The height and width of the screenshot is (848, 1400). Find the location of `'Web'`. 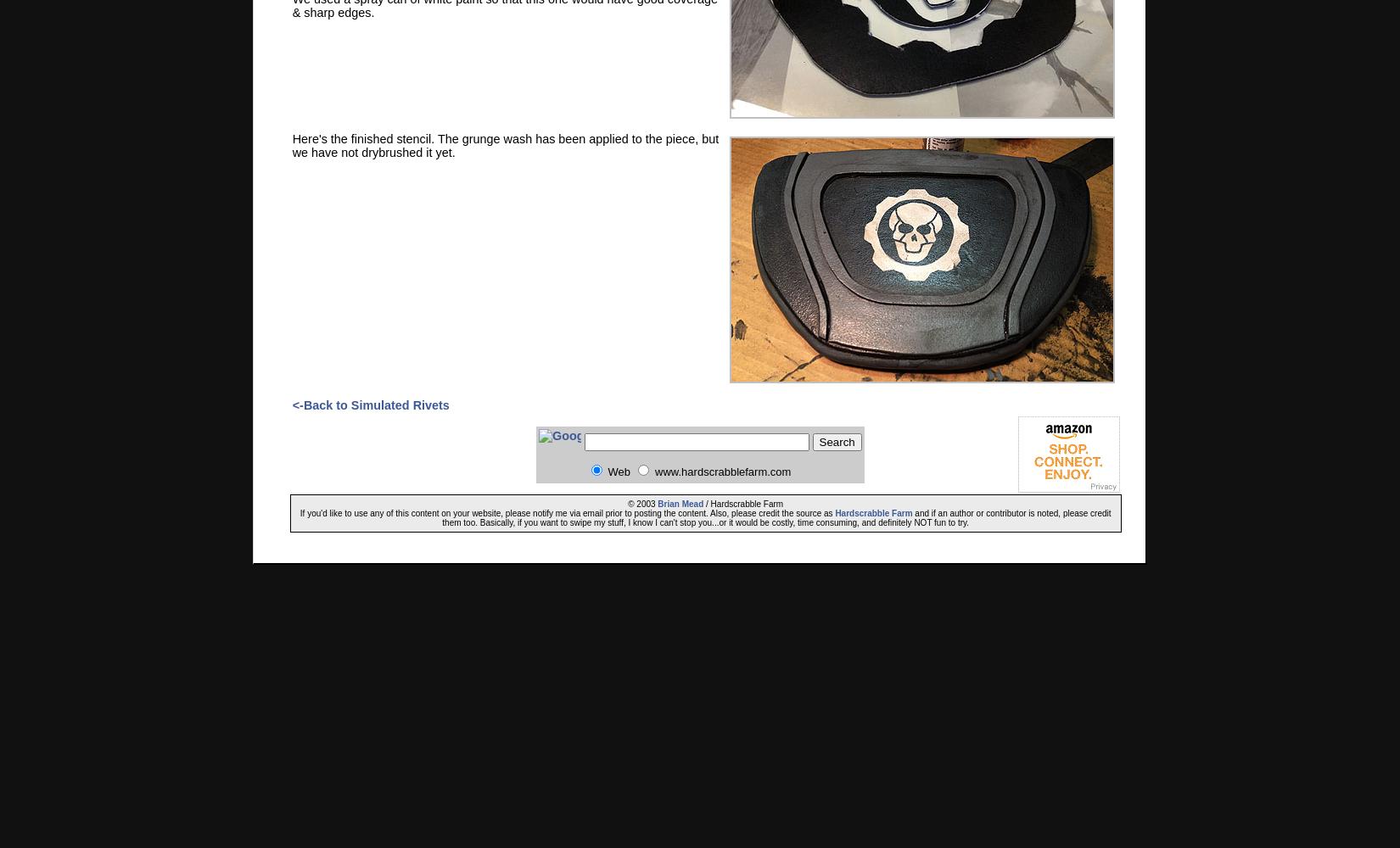

'Web' is located at coordinates (618, 471).